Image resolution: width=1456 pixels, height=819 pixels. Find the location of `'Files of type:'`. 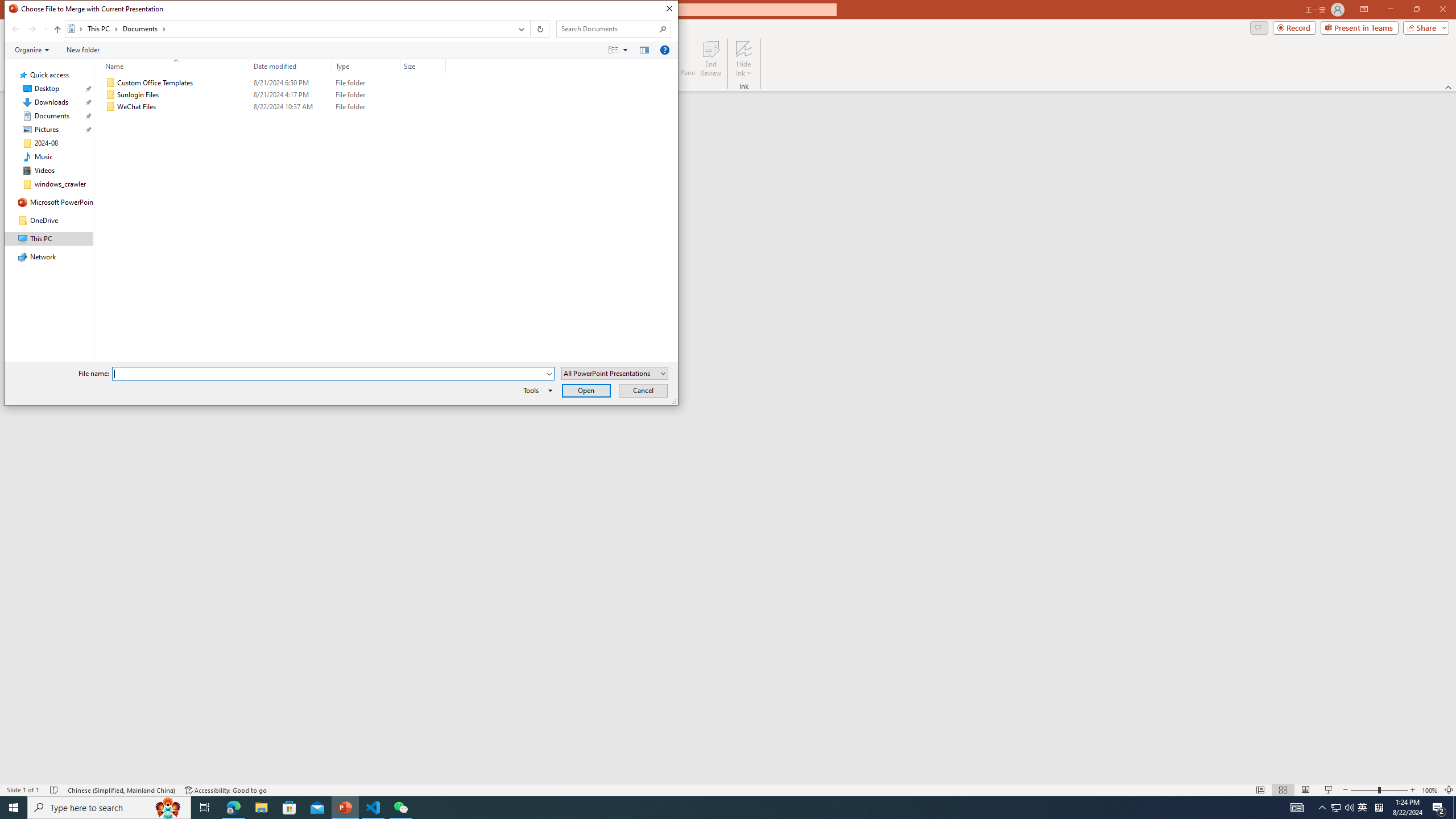

'Files of type:' is located at coordinates (614, 373).